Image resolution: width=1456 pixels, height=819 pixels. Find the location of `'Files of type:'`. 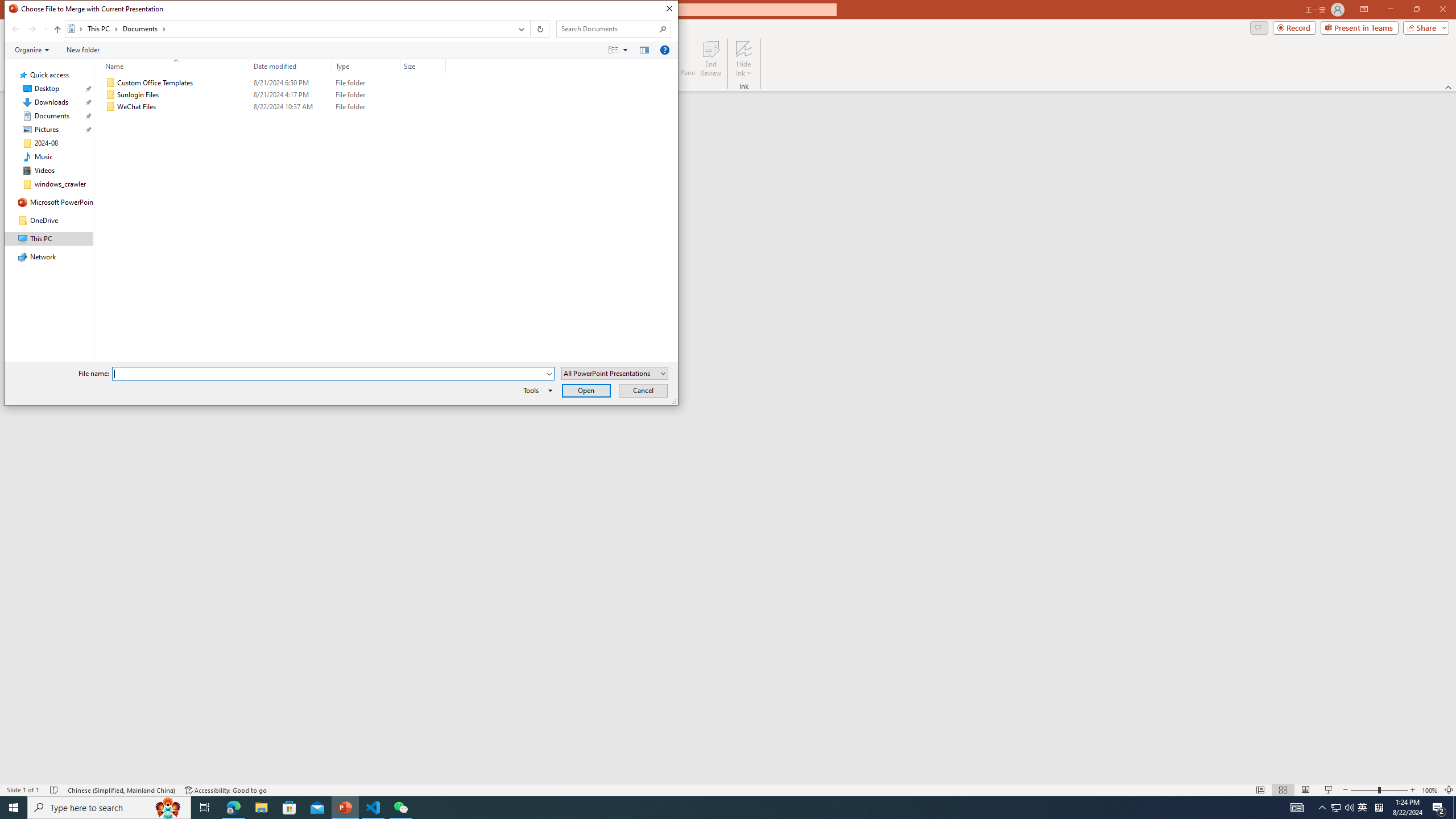

'Files of type:' is located at coordinates (614, 373).